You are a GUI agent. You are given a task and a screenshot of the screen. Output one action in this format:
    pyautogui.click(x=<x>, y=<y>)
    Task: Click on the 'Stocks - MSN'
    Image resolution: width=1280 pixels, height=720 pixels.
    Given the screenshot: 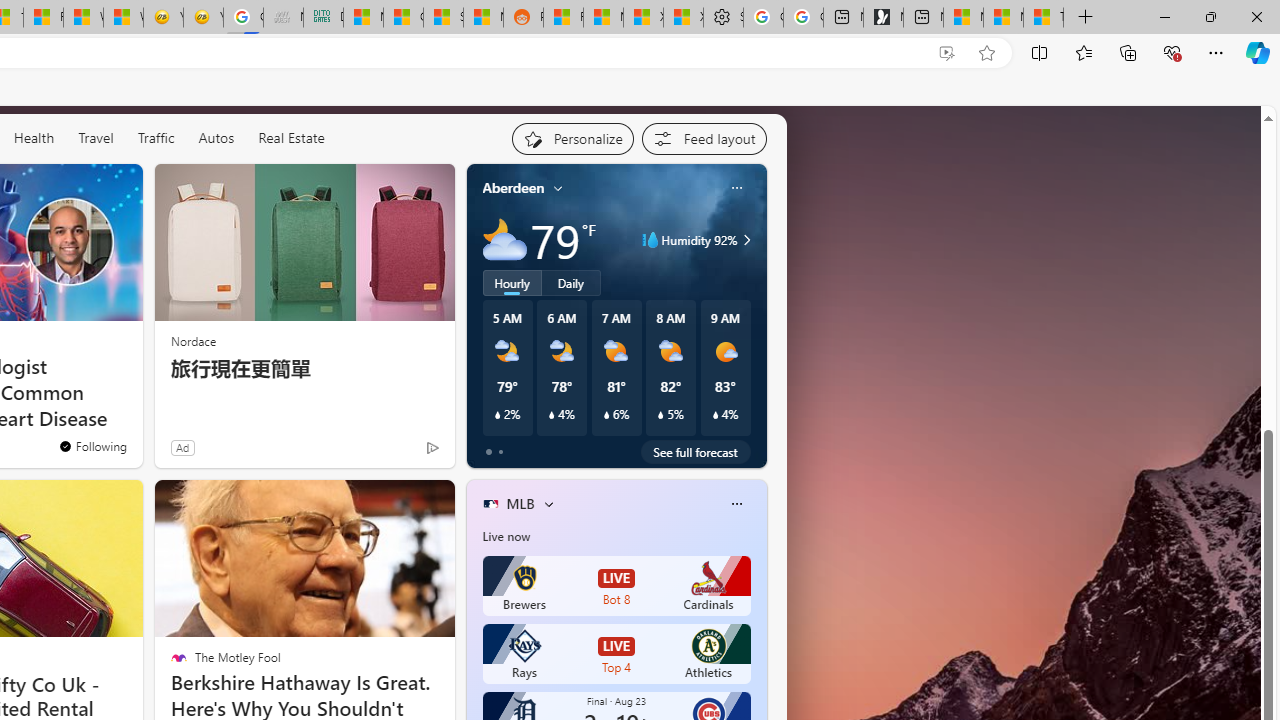 What is the action you would take?
    pyautogui.click(x=442, y=17)
    